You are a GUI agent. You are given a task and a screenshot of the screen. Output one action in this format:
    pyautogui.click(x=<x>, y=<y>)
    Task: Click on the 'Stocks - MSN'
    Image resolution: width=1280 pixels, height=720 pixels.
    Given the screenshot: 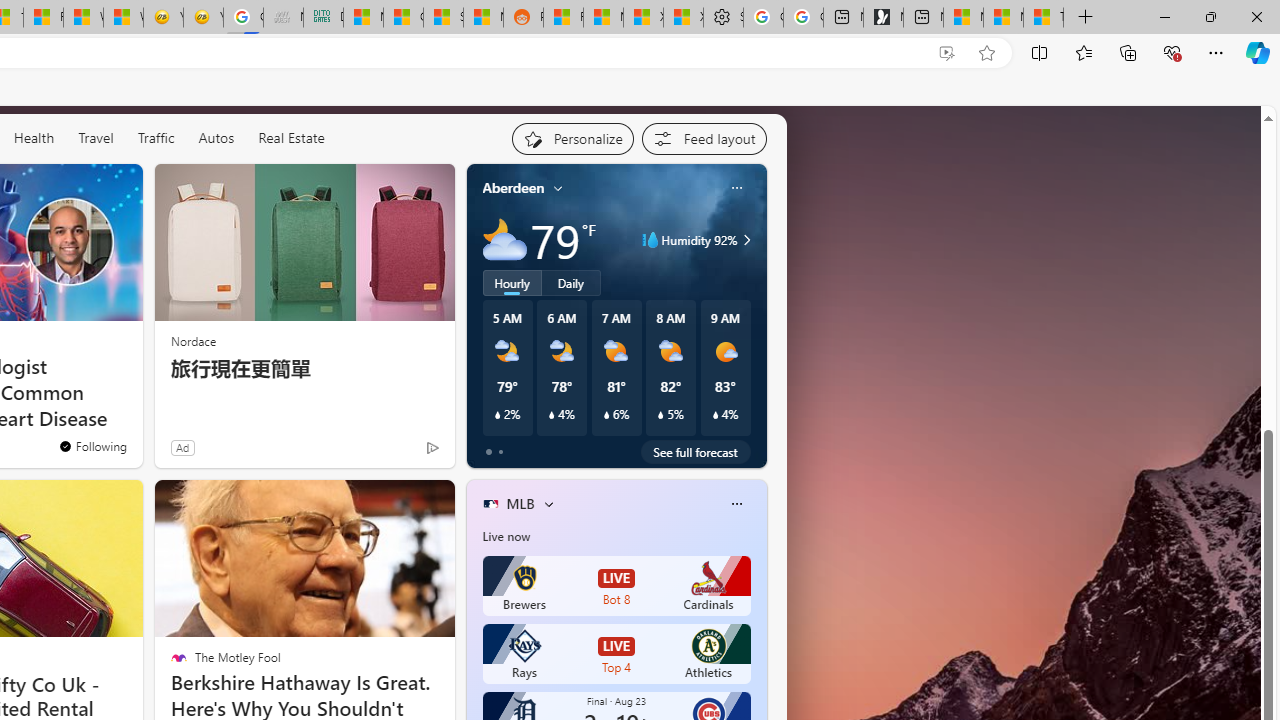 What is the action you would take?
    pyautogui.click(x=442, y=17)
    